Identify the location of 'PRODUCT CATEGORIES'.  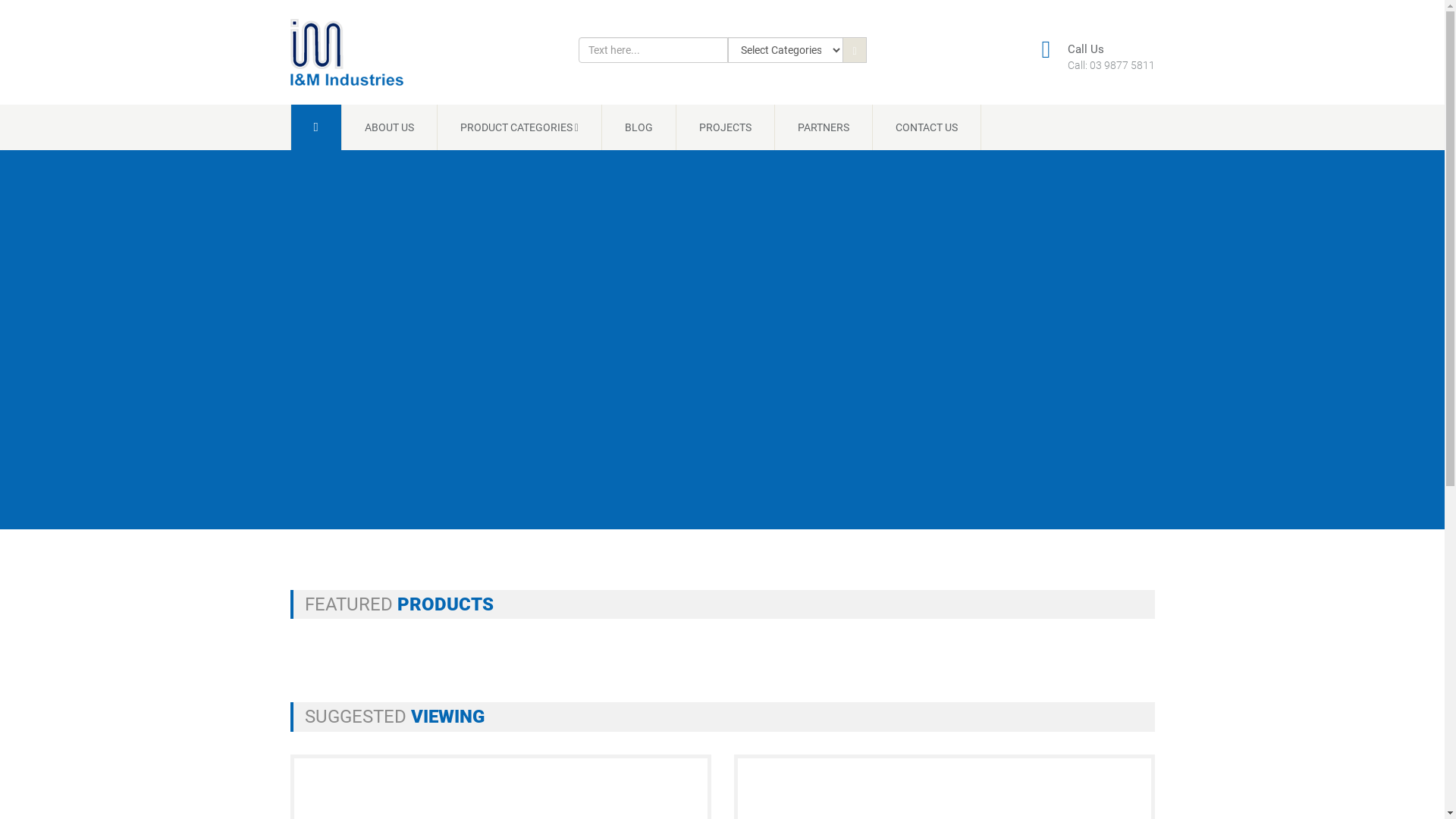
(519, 127).